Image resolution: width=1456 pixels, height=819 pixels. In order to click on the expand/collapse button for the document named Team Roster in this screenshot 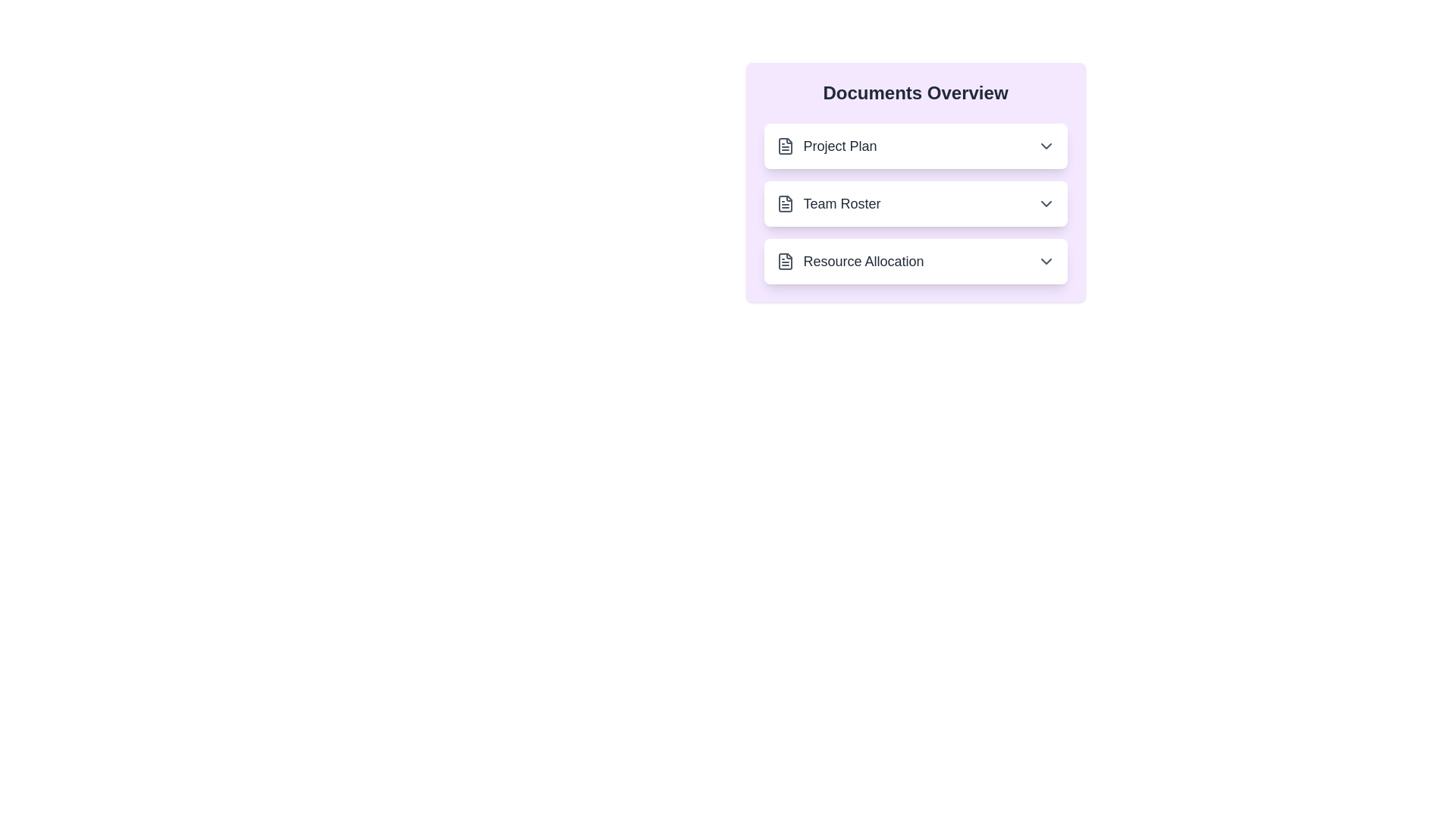, I will do `click(1045, 203)`.